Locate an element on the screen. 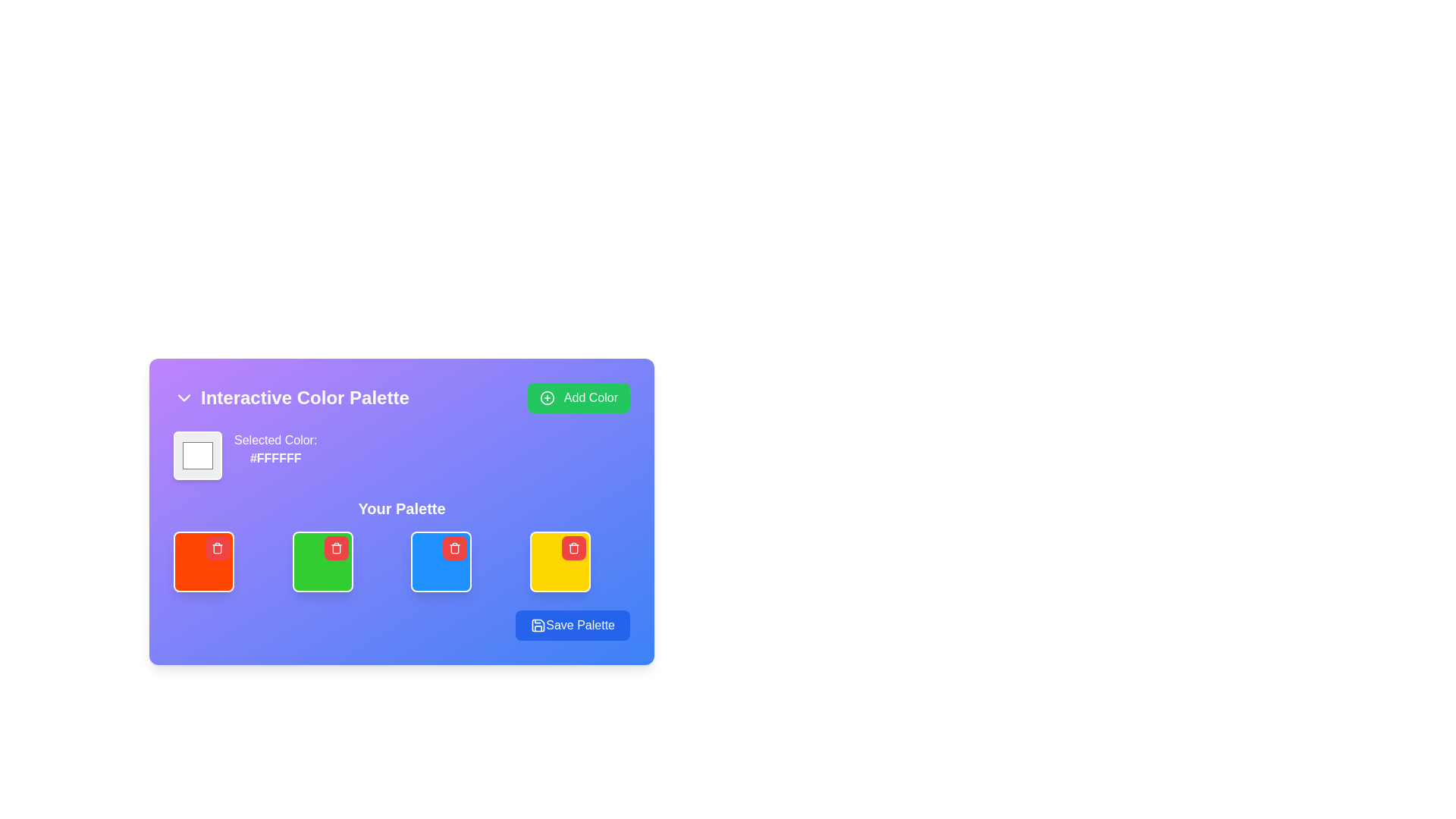  the color palette tile is located at coordinates (440, 561).